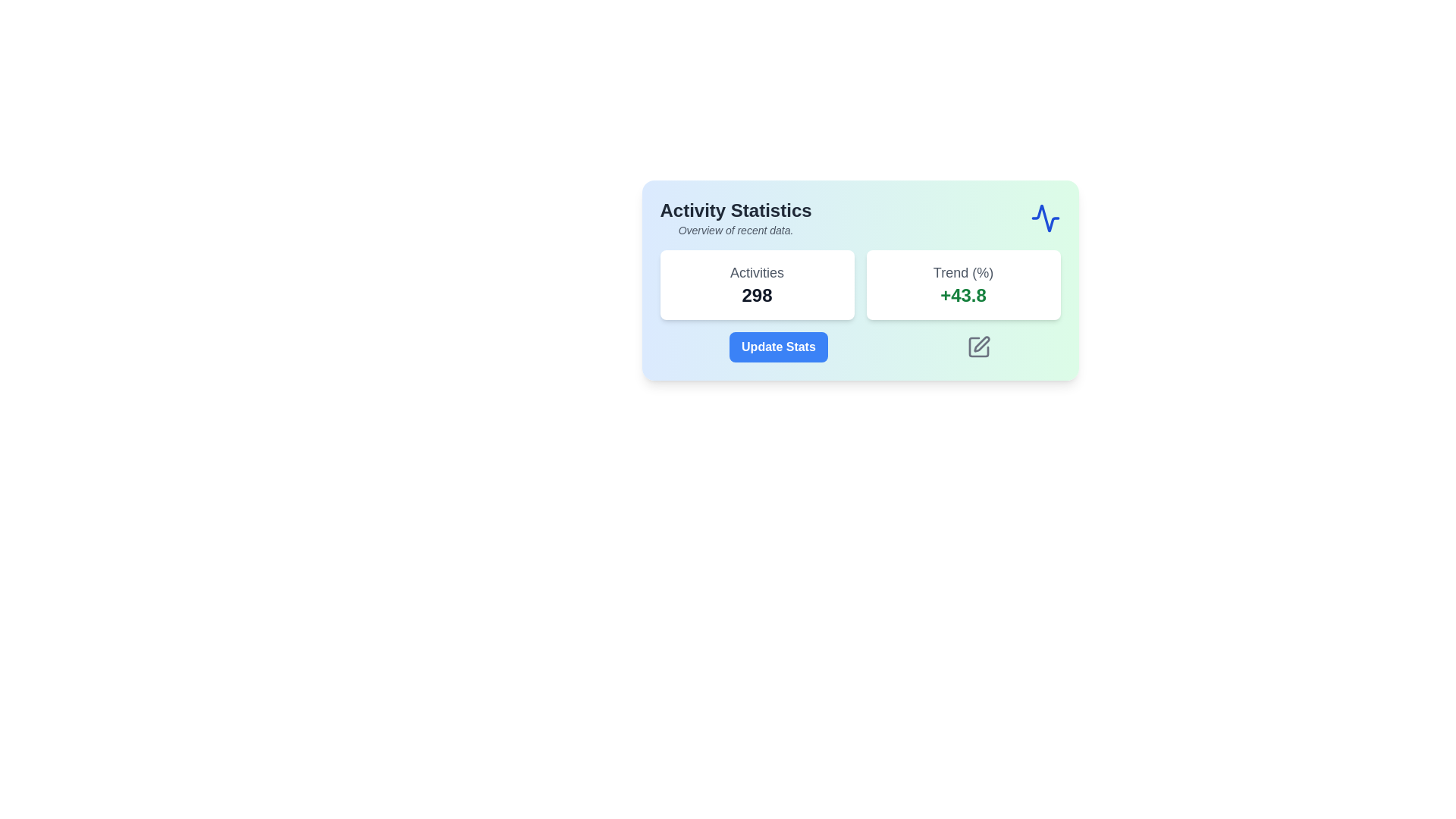  I want to click on the pencil icon in the square frame to initiate the edit function, located to the right of the 'Update Stats' button and slightly below the activity and trend statistics, so click(979, 347).